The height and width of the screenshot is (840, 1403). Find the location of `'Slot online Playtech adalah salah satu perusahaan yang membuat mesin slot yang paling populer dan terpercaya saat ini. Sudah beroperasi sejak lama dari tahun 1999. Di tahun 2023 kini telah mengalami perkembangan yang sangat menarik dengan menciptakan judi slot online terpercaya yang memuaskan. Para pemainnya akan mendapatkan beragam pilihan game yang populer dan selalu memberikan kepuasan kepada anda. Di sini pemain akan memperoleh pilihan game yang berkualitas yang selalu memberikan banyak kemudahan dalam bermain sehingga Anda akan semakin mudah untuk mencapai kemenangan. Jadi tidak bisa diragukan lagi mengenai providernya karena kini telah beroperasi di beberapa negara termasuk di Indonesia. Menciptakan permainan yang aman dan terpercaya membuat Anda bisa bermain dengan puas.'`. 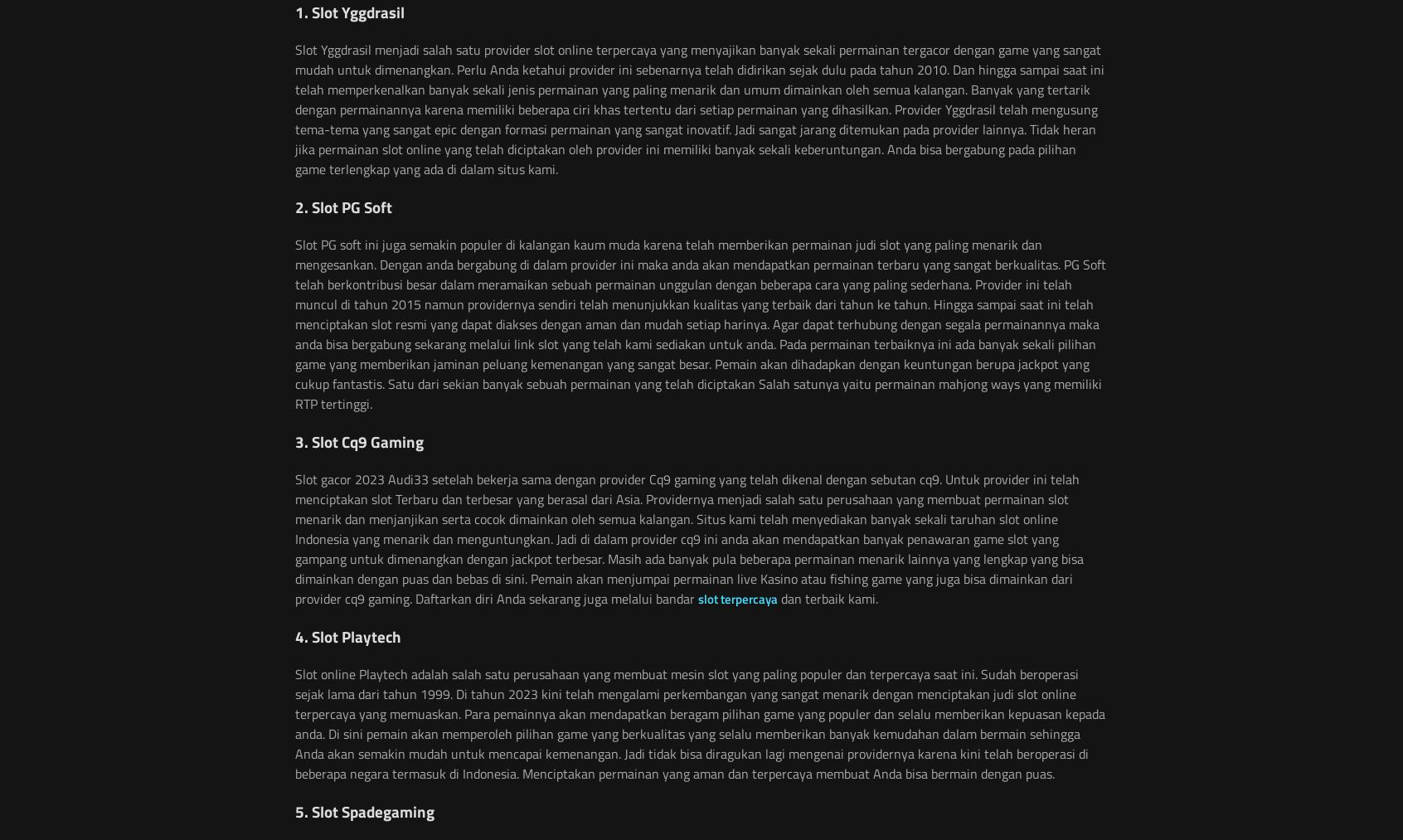

'Slot online Playtech adalah salah satu perusahaan yang membuat mesin slot yang paling populer dan terpercaya saat ini. Sudah beroperasi sejak lama dari tahun 1999. Di tahun 2023 kini telah mengalami perkembangan yang sangat menarik dengan menciptakan judi slot online terpercaya yang memuaskan. Para pemainnya akan mendapatkan beragam pilihan game yang populer dan selalu memberikan kepuasan kepada anda. Di sini pemain akan memperoleh pilihan game yang berkualitas yang selalu memberikan banyak kemudahan dalam bermain sehingga Anda akan semakin mudah untuk mencapai kemenangan. Jadi tidak bisa diragukan lagi mengenai providernya karena kini telah beroperasi di beberapa negara termasuk di Indonesia. Menciptakan permainan yang aman dan terpercaya membuat Anda bisa bermain dengan puas.' is located at coordinates (700, 721).